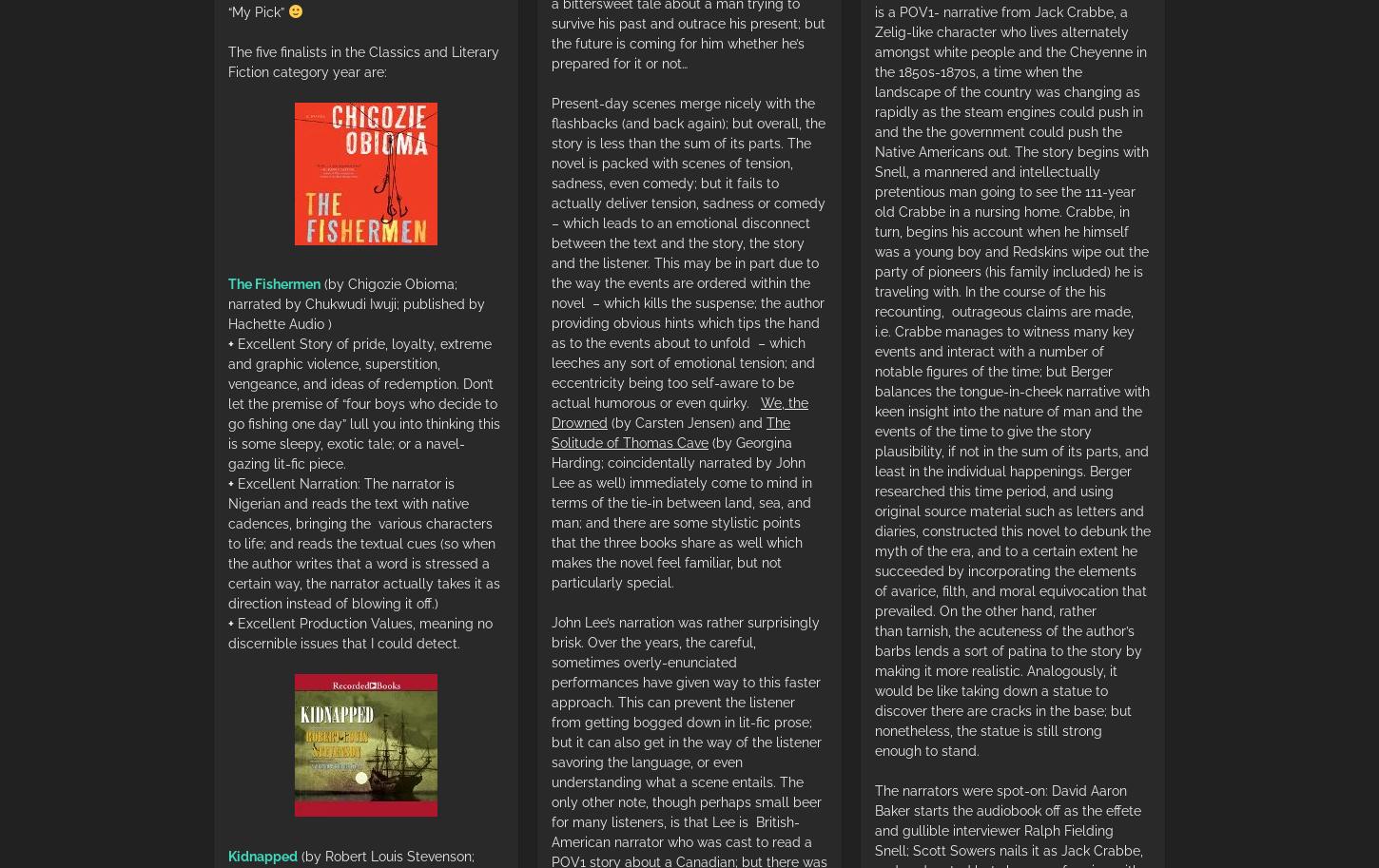 This screenshot has height=868, width=1379. I want to click on 'The five finalists in the Classics and Literary Fiction category year are:', so click(362, 60).